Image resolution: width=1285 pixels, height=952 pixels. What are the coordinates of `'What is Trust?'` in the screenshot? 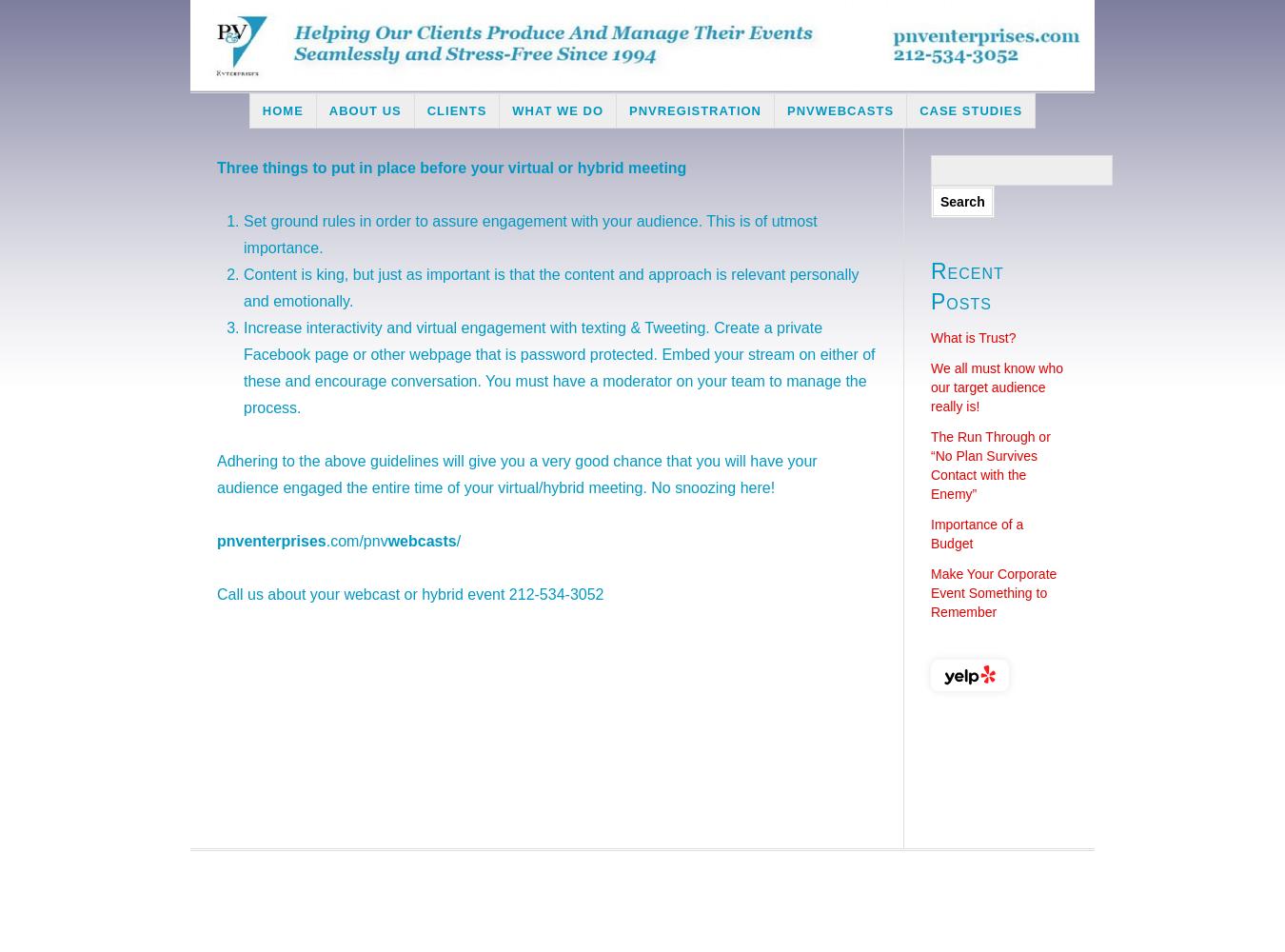 It's located at (929, 337).